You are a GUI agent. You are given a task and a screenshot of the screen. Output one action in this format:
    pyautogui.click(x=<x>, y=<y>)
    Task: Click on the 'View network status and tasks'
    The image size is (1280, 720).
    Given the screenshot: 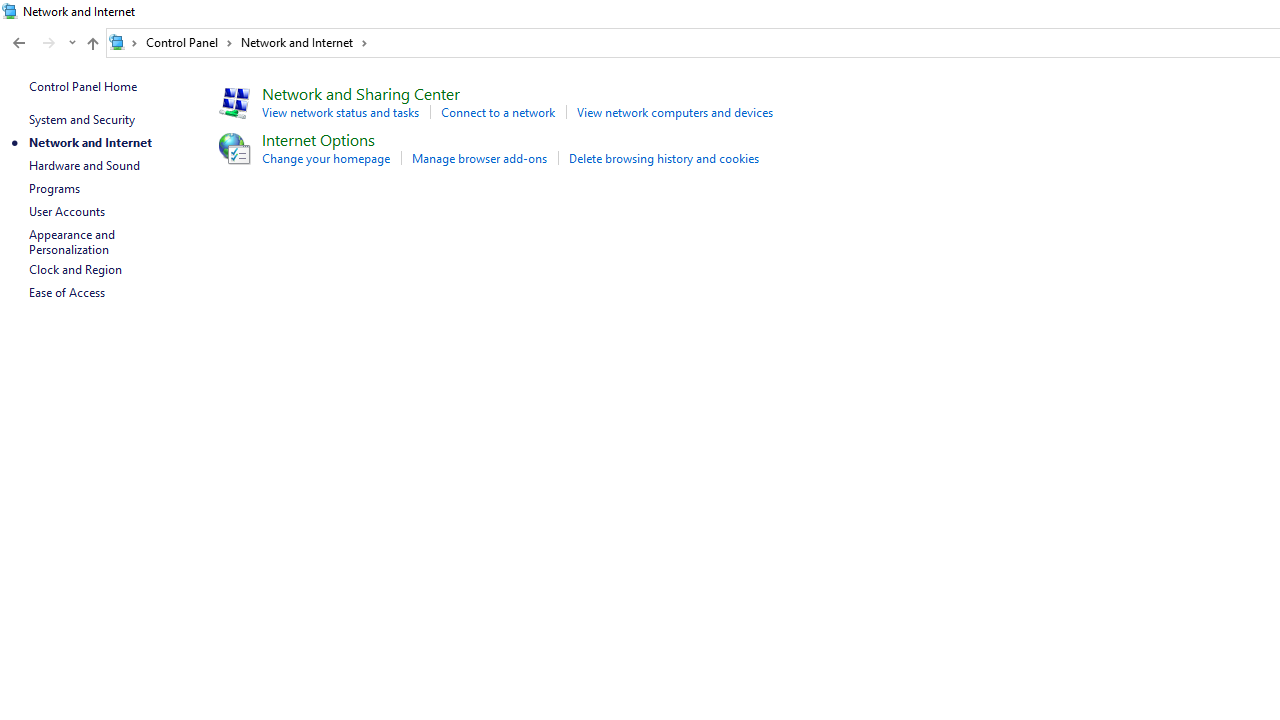 What is the action you would take?
    pyautogui.click(x=340, y=112)
    